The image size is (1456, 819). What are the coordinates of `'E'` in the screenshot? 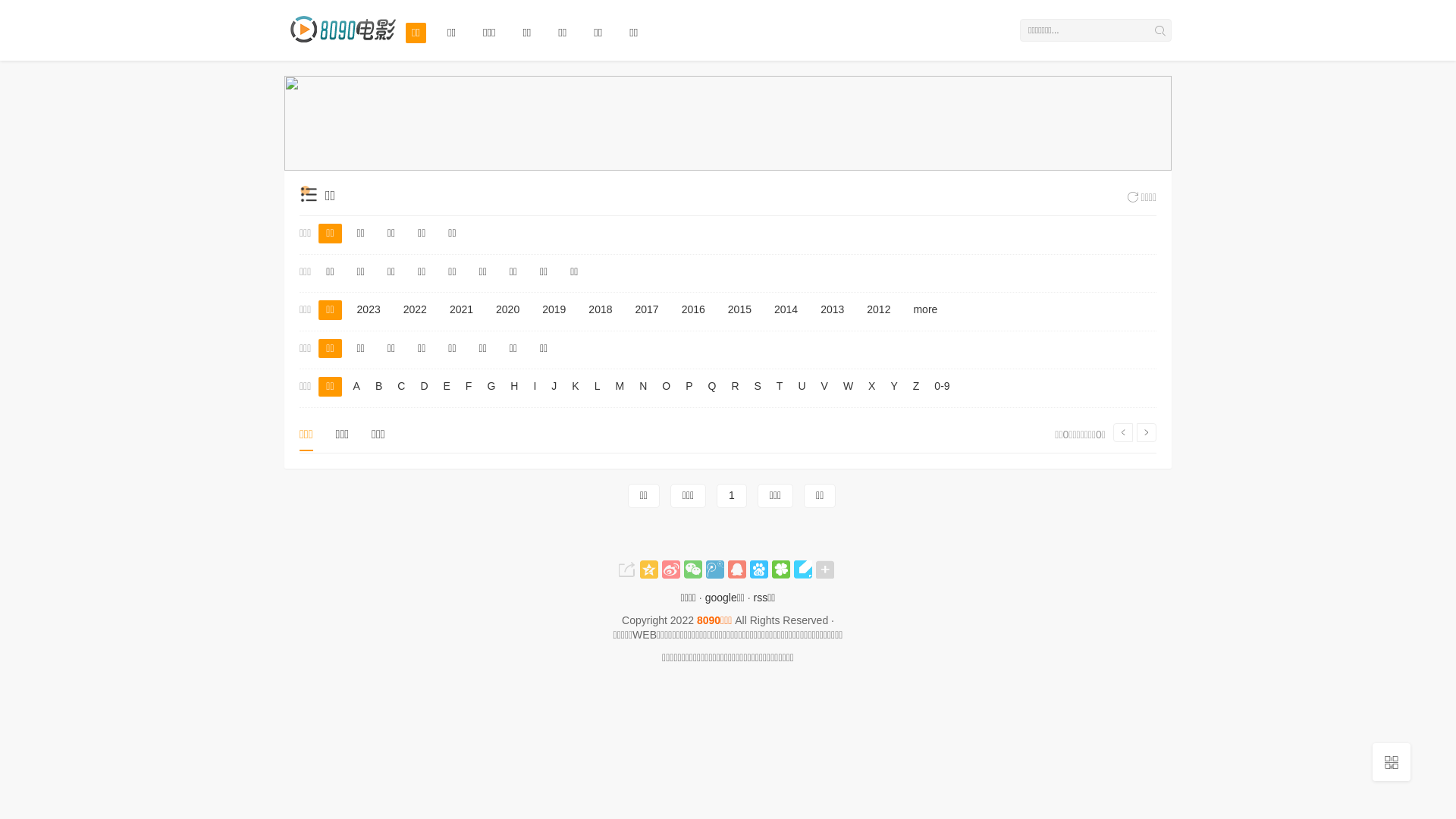 It's located at (446, 385).